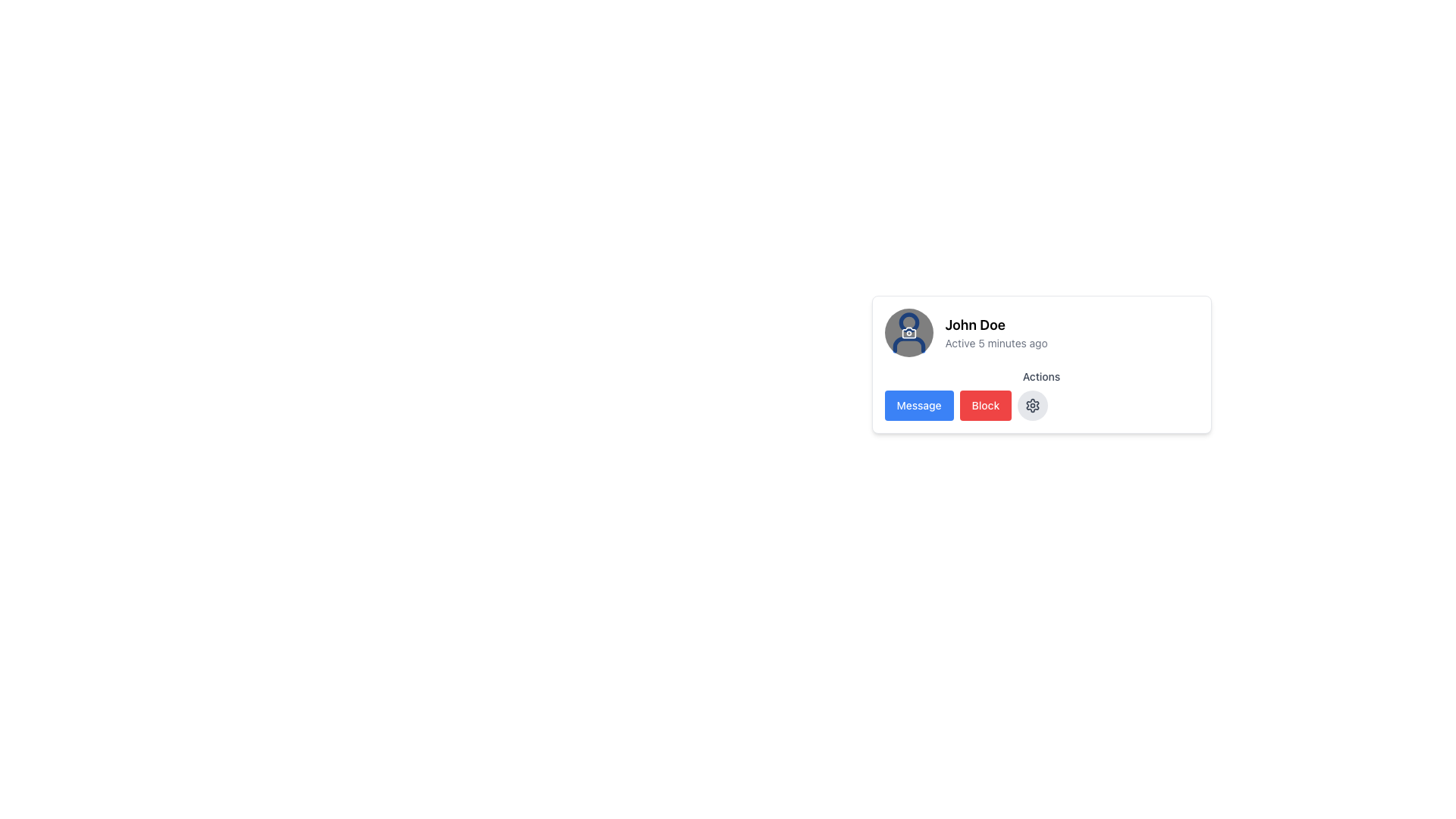 This screenshot has height=819, width=1456. Describe the element at coordinates (996, 343) in the screenshot. I see `the informational static text that indicates the user's recent activity, located directly below 'John Doe' in the UI section` at that location.